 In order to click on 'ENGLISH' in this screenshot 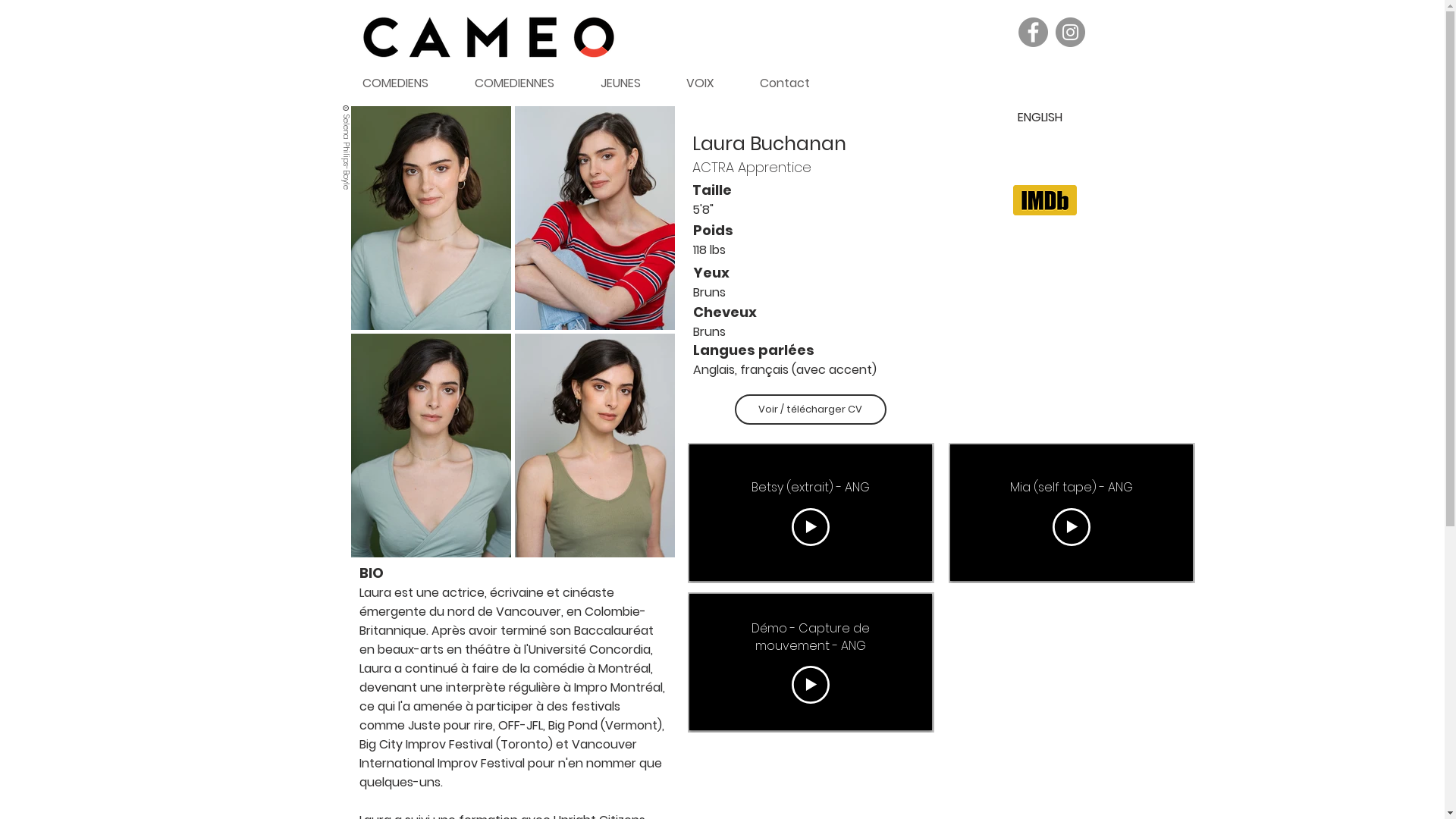, I will do `click(1039, 116)`.